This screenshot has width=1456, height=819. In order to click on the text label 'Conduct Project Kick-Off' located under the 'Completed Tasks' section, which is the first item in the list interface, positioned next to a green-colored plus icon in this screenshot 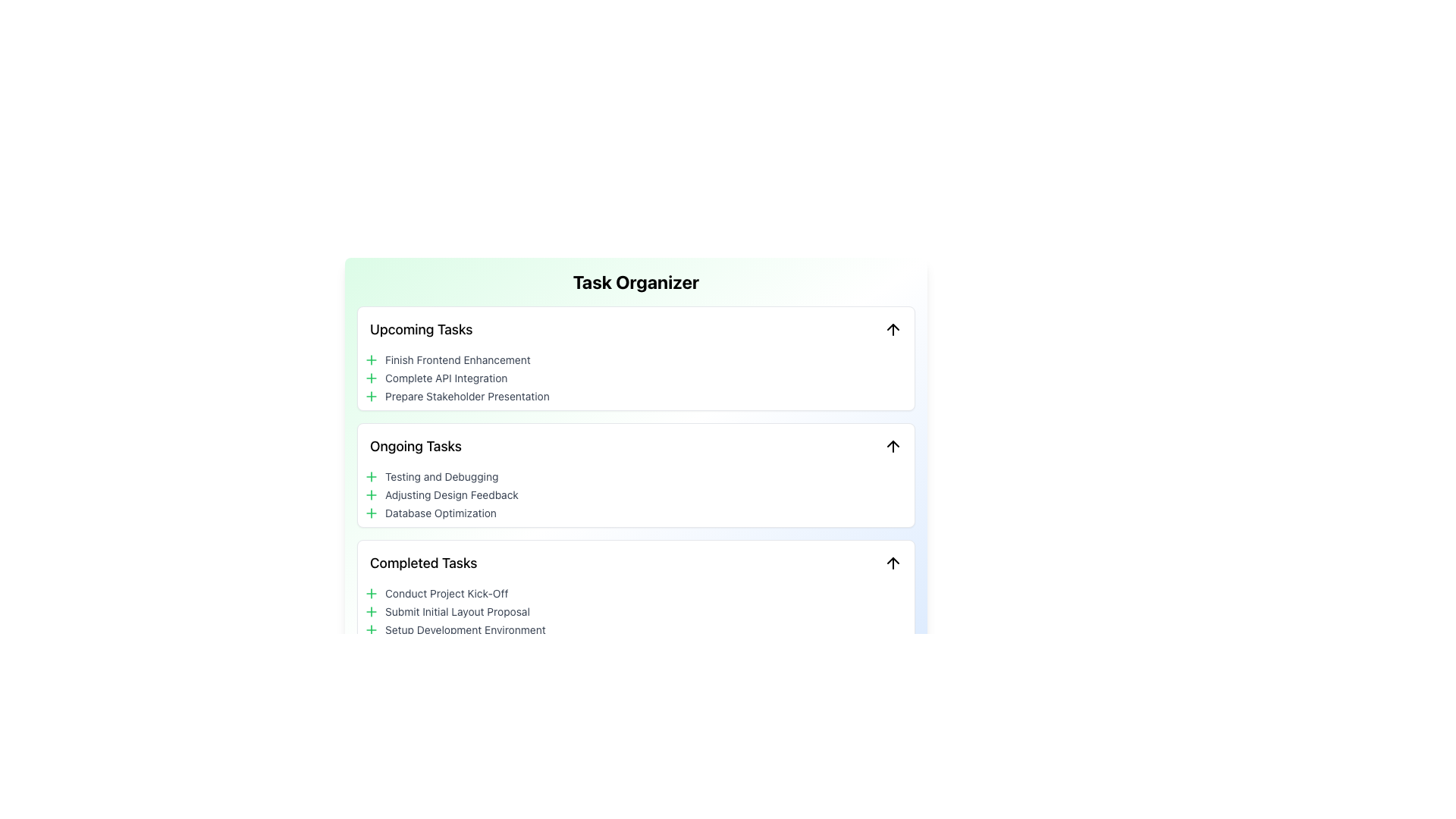, I will do `click(446, 593)`.